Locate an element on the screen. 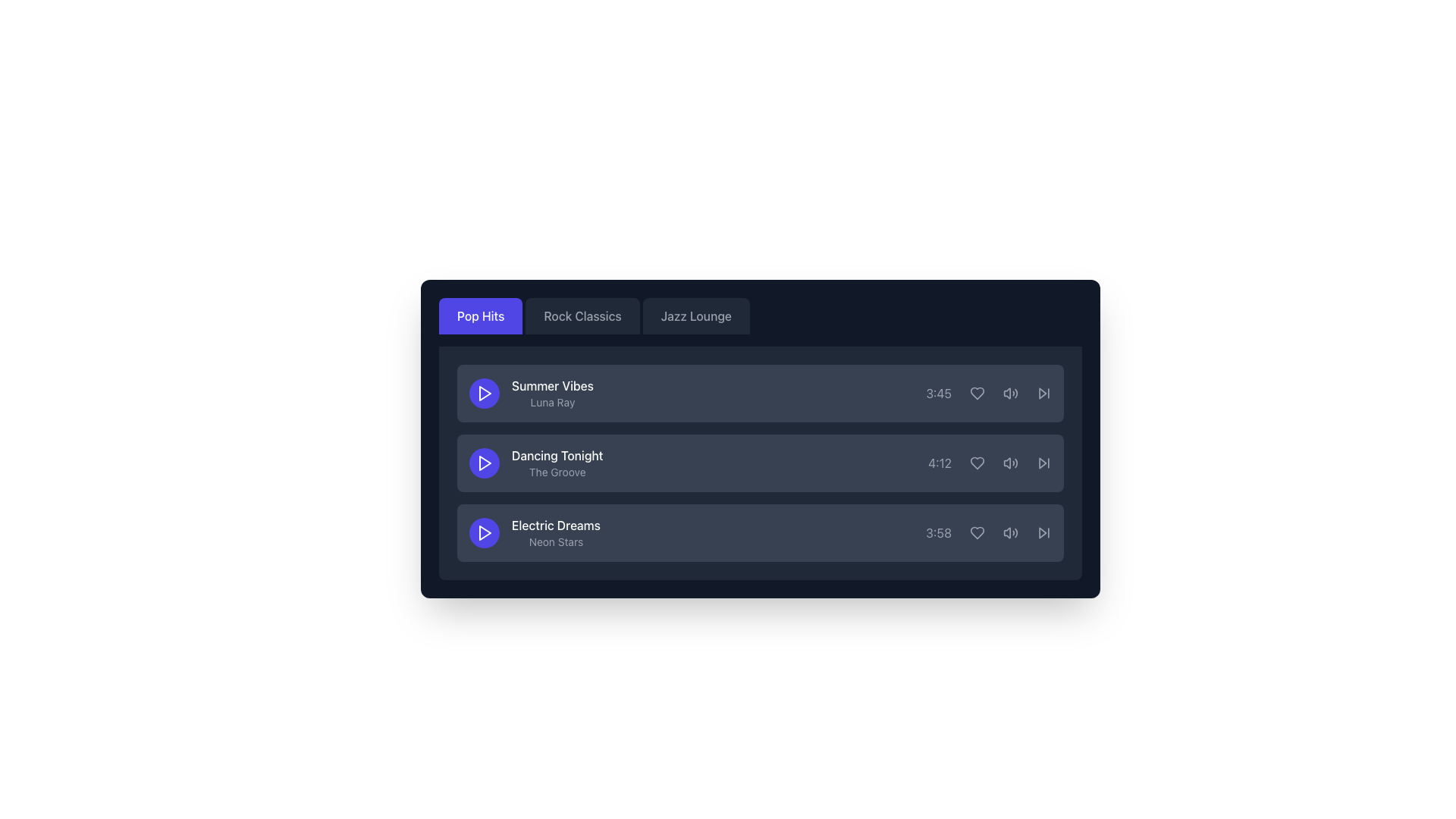  the circular button with a purple background and white play icon, located at the leftmost side of the row containing the text 'Summer Vibes' and 'Luna Ray', to potentially see additional effects is located at coordinates (483, 393).